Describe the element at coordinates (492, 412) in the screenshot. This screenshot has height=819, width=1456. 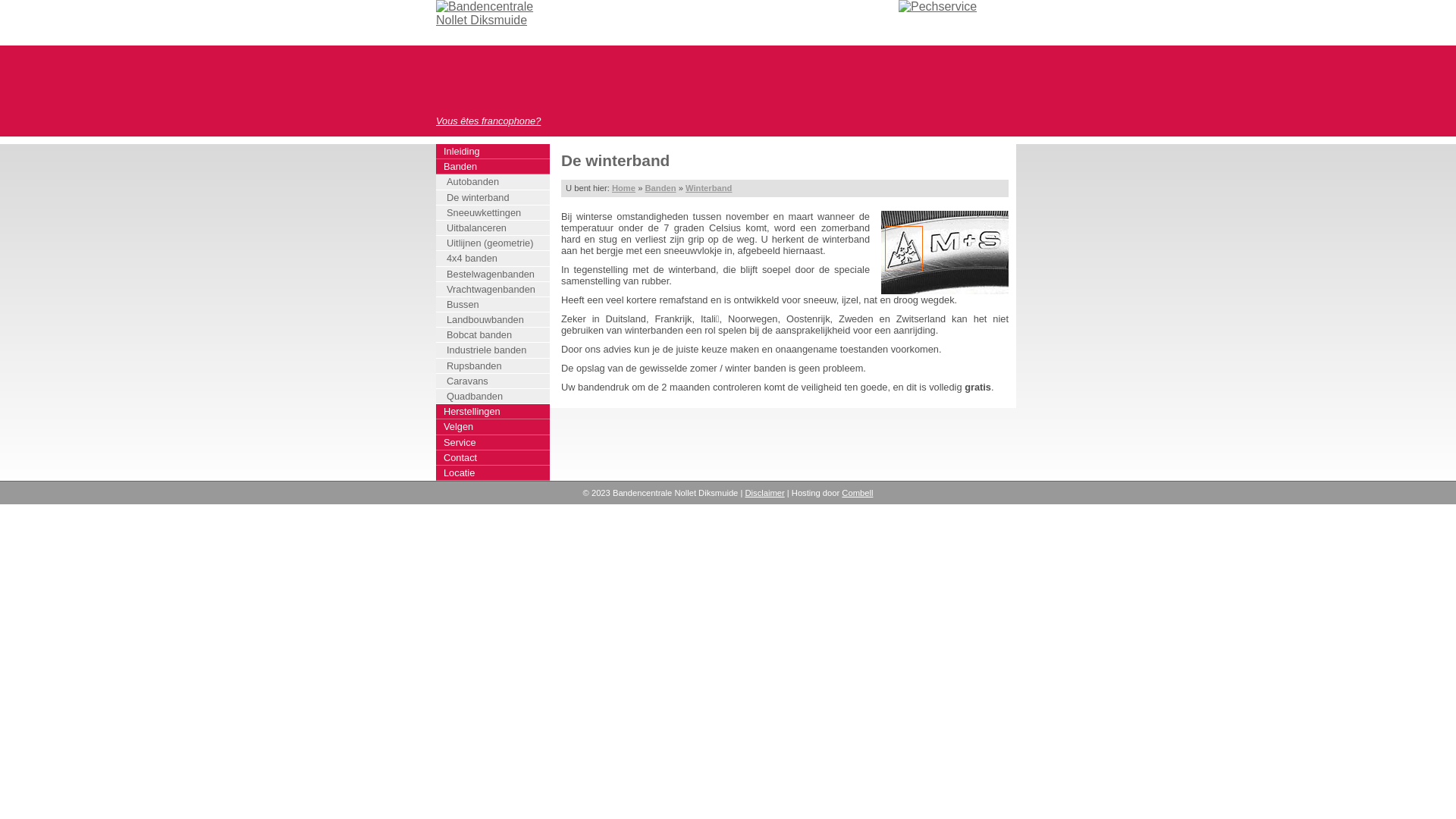
I see `'Herstellingen'` at that location.